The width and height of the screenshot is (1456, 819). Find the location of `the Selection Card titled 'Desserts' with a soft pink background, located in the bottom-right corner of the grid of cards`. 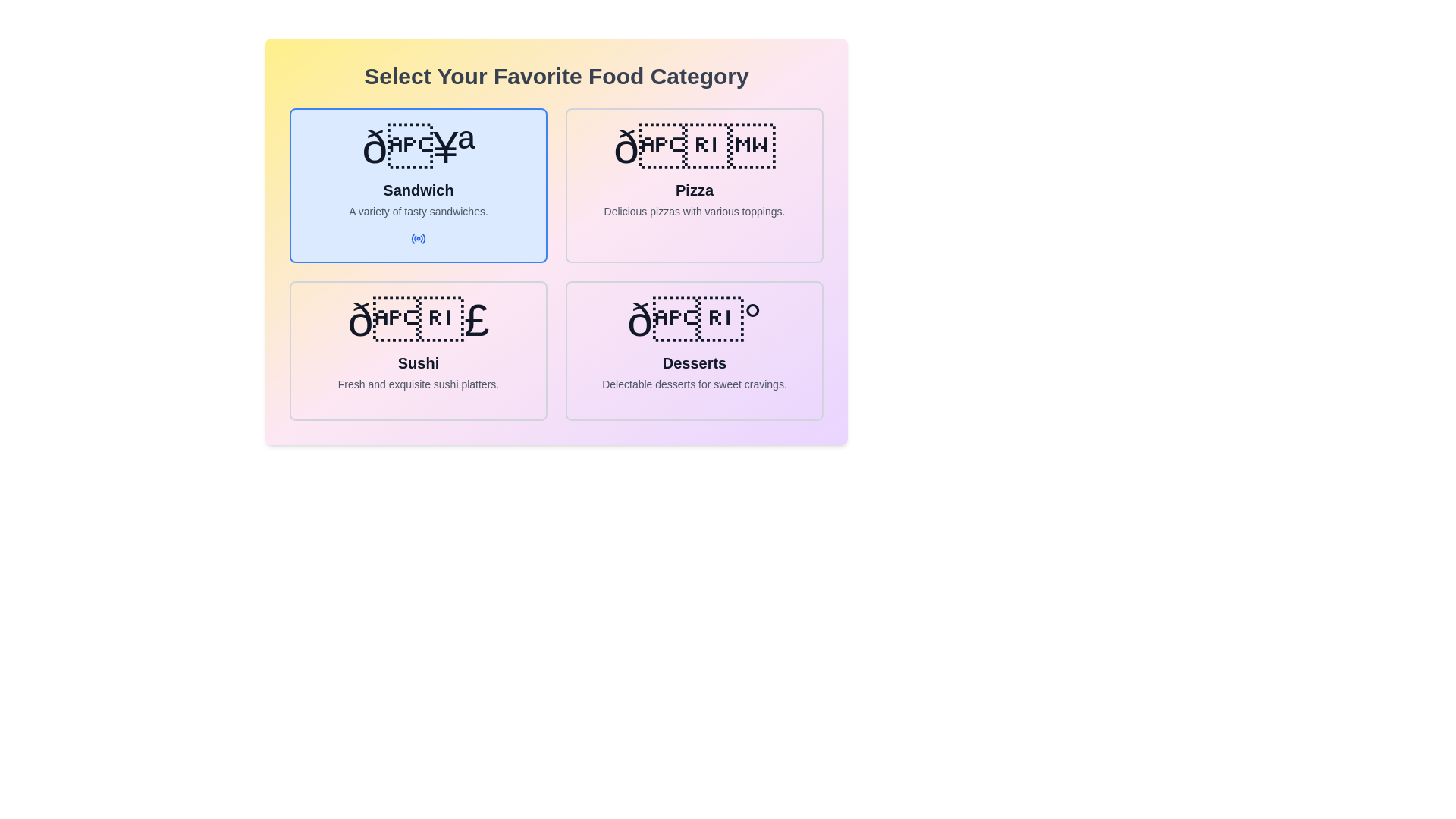

the Selection Card titled 'Desserts' with a soft pink background, located in the bottom-right corner of the grid of cards is located at coordinates (694, 350).